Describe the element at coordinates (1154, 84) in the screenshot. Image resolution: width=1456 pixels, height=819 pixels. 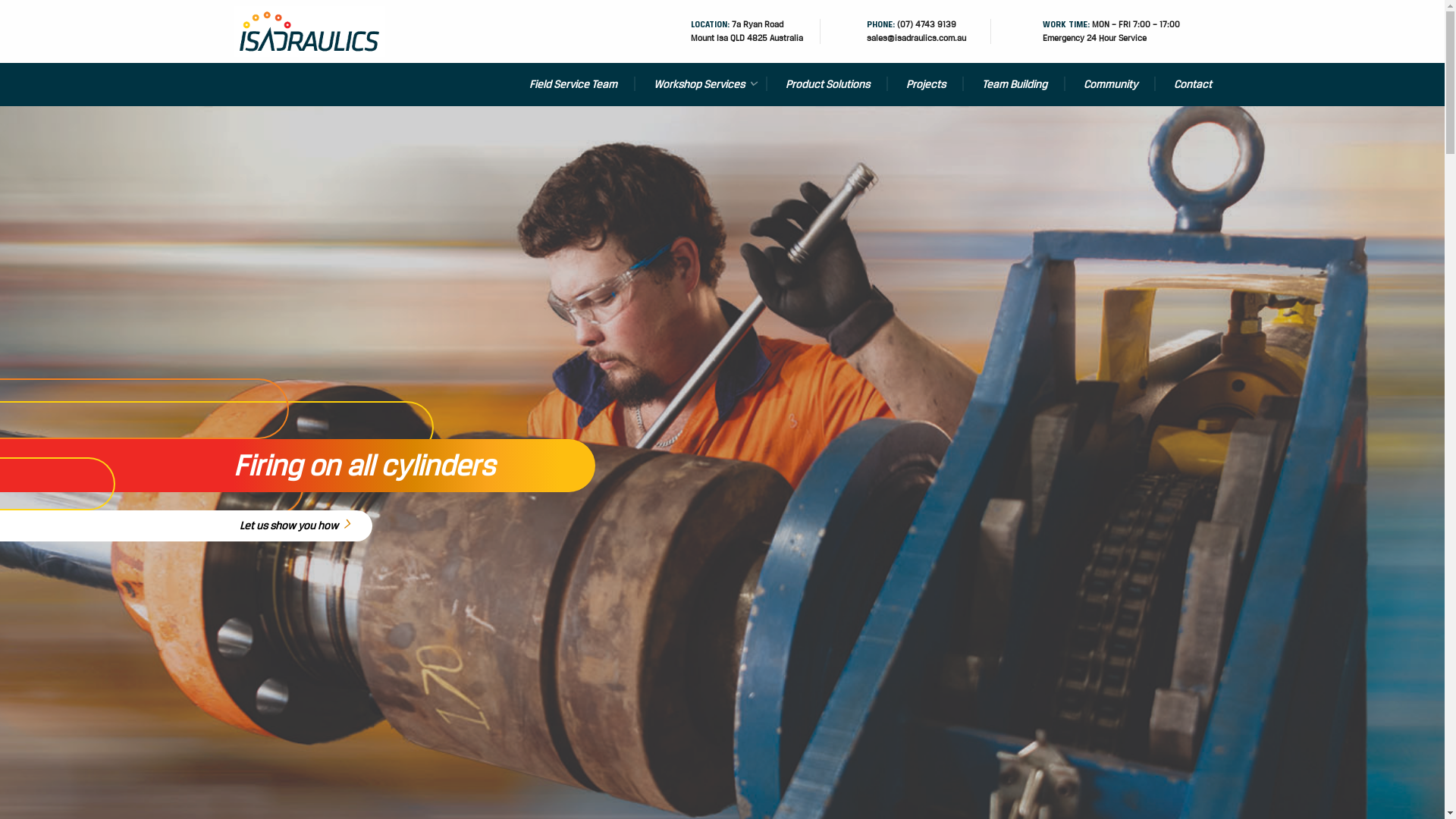
I see `'Contact'` at that location.